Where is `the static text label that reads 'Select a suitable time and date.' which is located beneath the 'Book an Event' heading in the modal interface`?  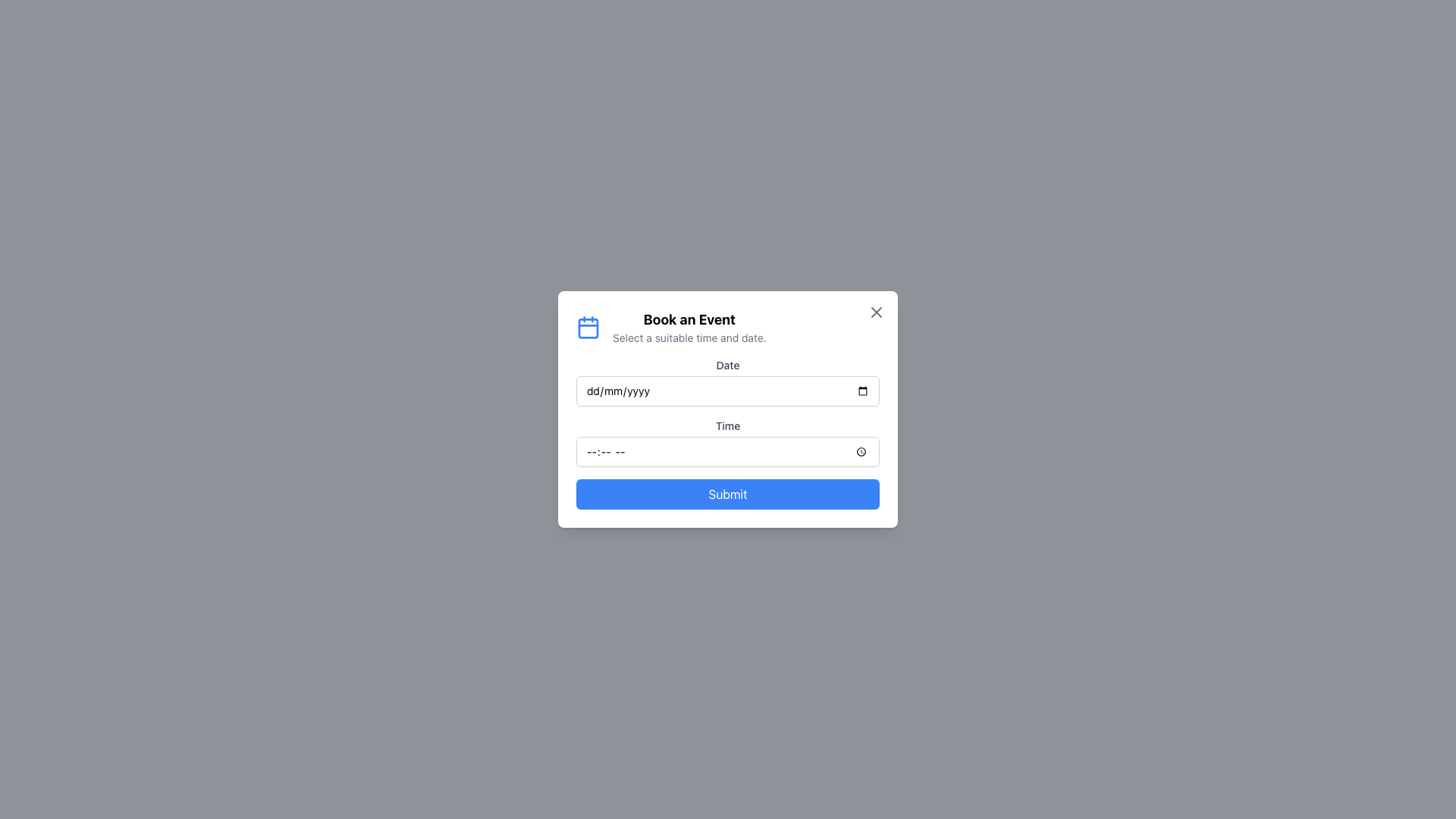 the static text label that reads 'Select a suitable time and date.' which is located beneath the 'Book an Event' heading in the modal interface is located at coordinates (689, 337).